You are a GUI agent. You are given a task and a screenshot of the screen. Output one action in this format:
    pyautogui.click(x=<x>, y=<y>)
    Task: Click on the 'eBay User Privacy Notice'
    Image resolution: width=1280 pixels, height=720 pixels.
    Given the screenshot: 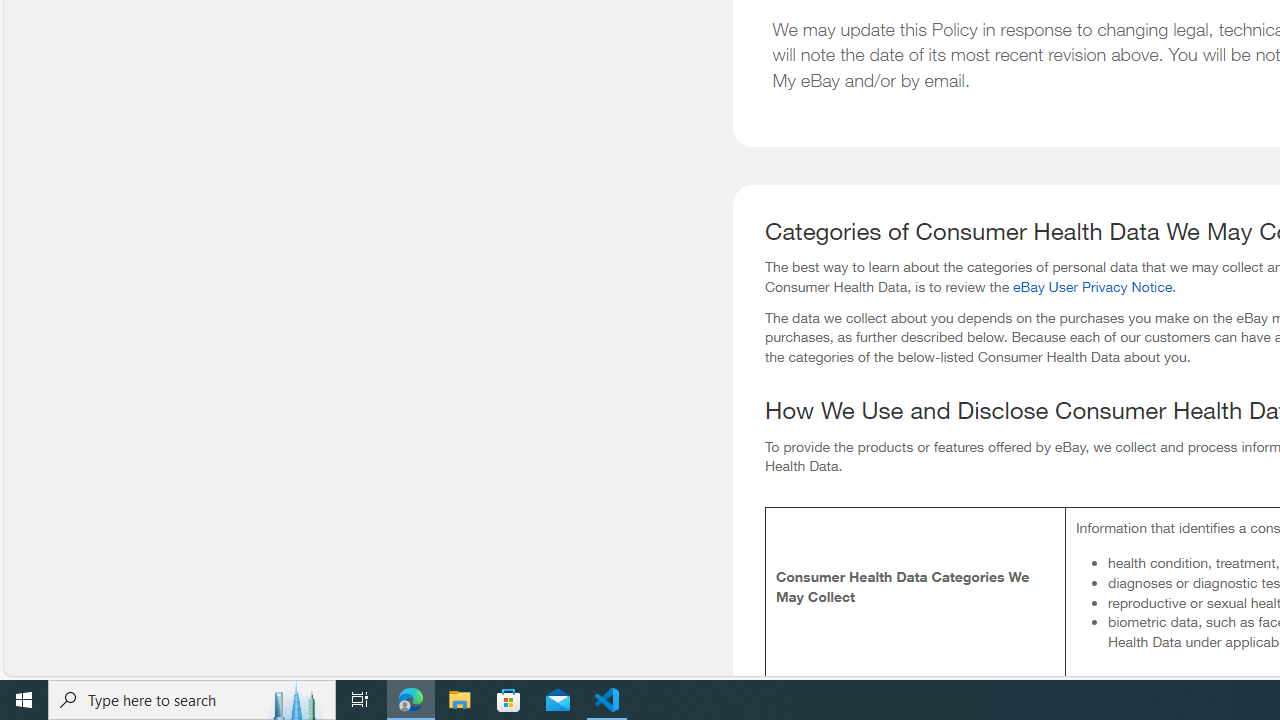 What is the action you would take?
    pyautogui.click(x=1091, y=286)
    